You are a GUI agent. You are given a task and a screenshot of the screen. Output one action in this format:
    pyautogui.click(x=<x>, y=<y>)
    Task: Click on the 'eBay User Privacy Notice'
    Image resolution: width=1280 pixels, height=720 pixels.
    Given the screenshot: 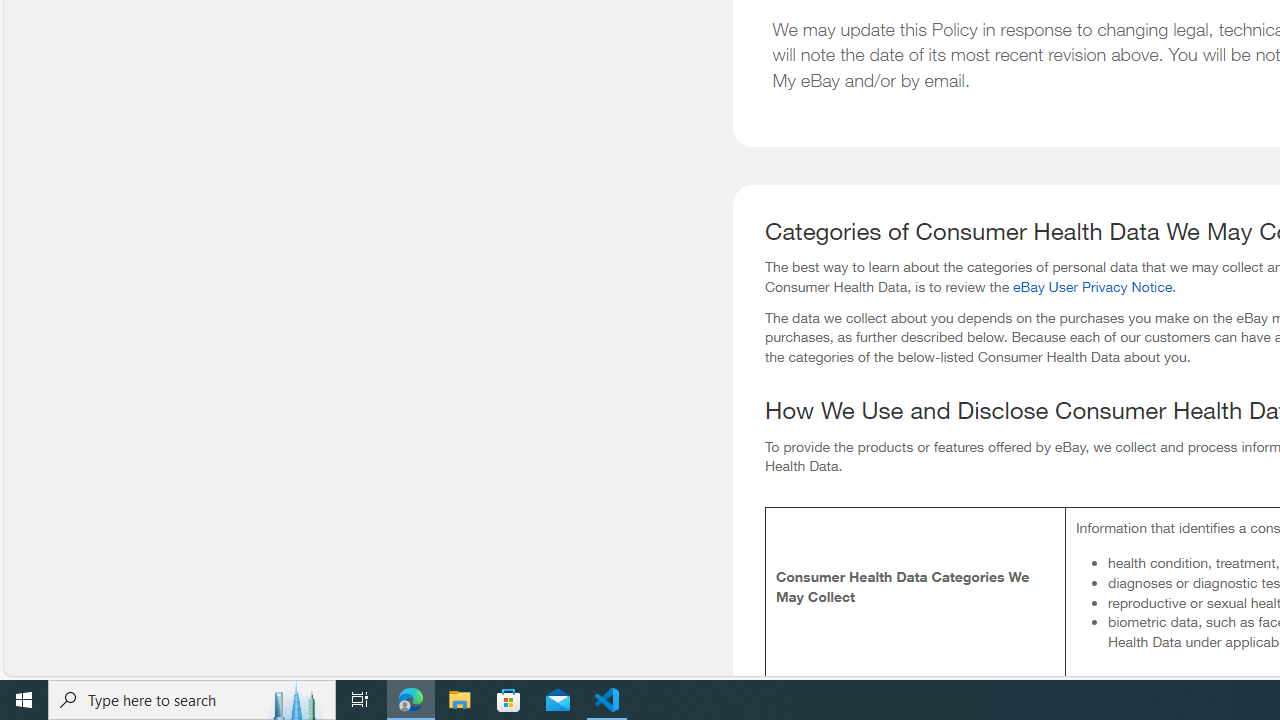 What is the action you would take?
    pyautogui.click(x=1091, y=286)
    